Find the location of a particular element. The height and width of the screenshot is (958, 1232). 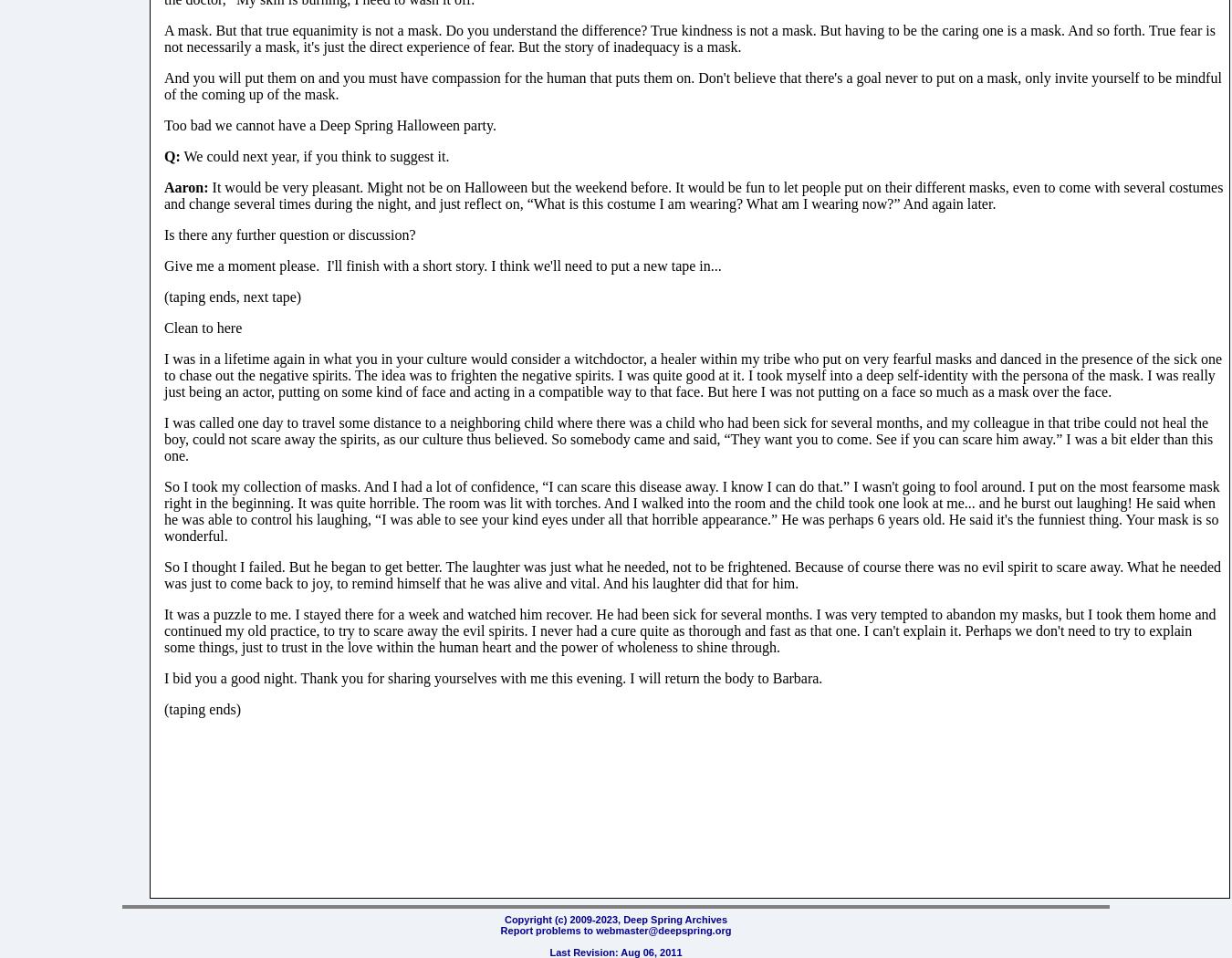

'(taping ends)' is located at coordinates (202, 708).